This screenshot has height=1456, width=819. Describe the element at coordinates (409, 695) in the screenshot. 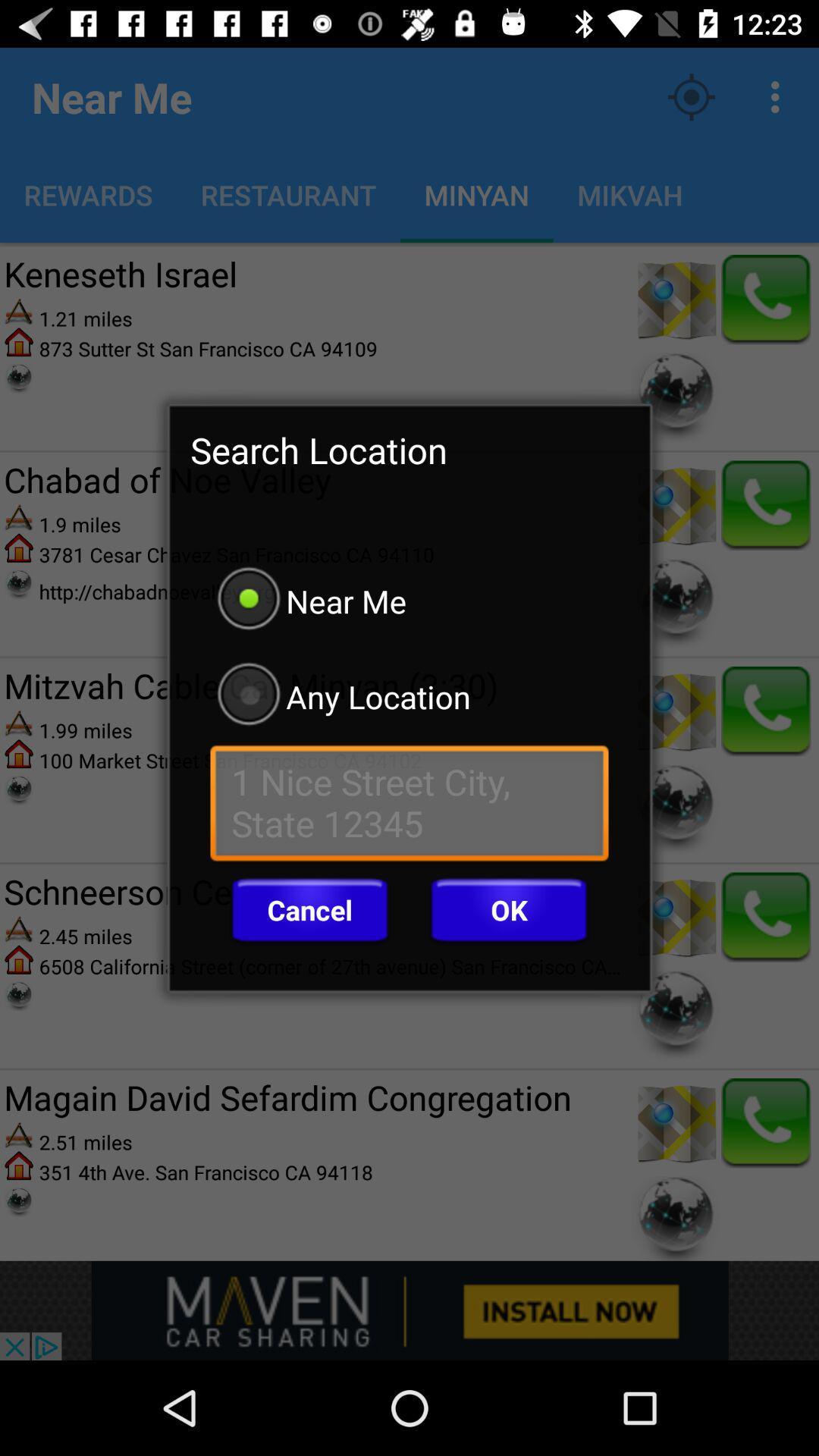

I see `the icon below the near me icon` at that location.